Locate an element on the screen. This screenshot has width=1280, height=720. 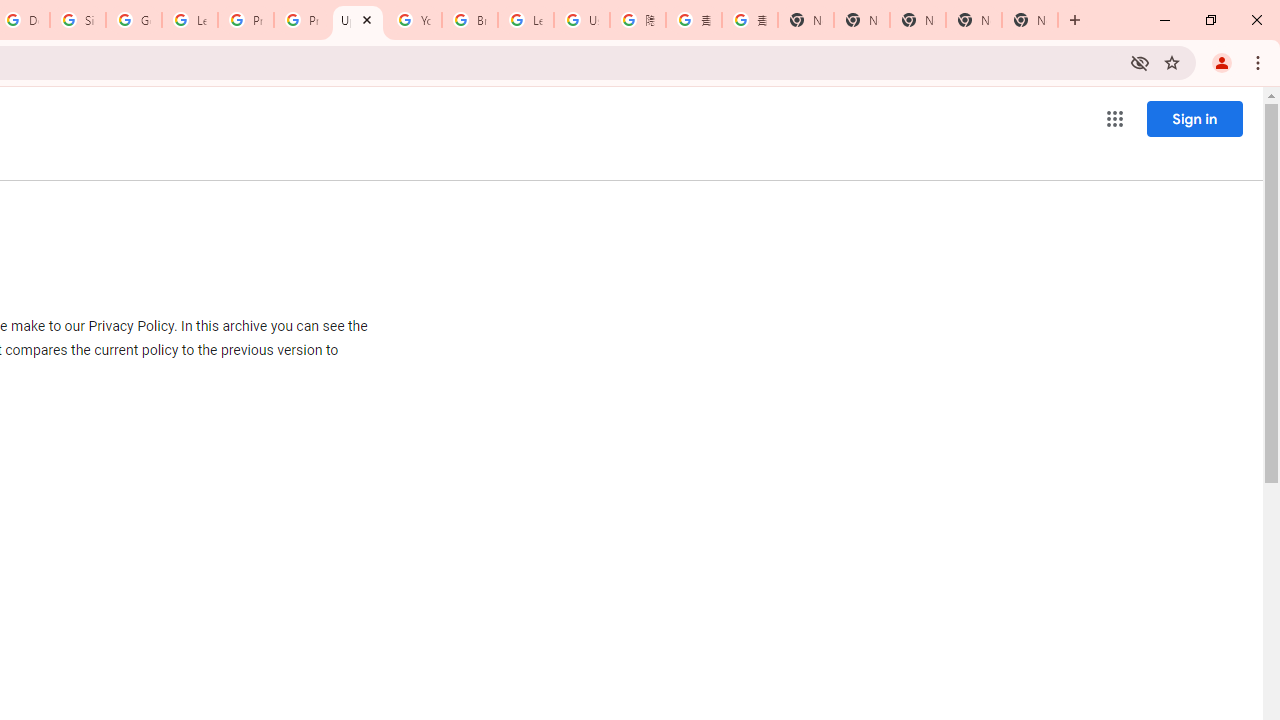
'Sign in - Google Accounts' is located at coordinates (78, 20).